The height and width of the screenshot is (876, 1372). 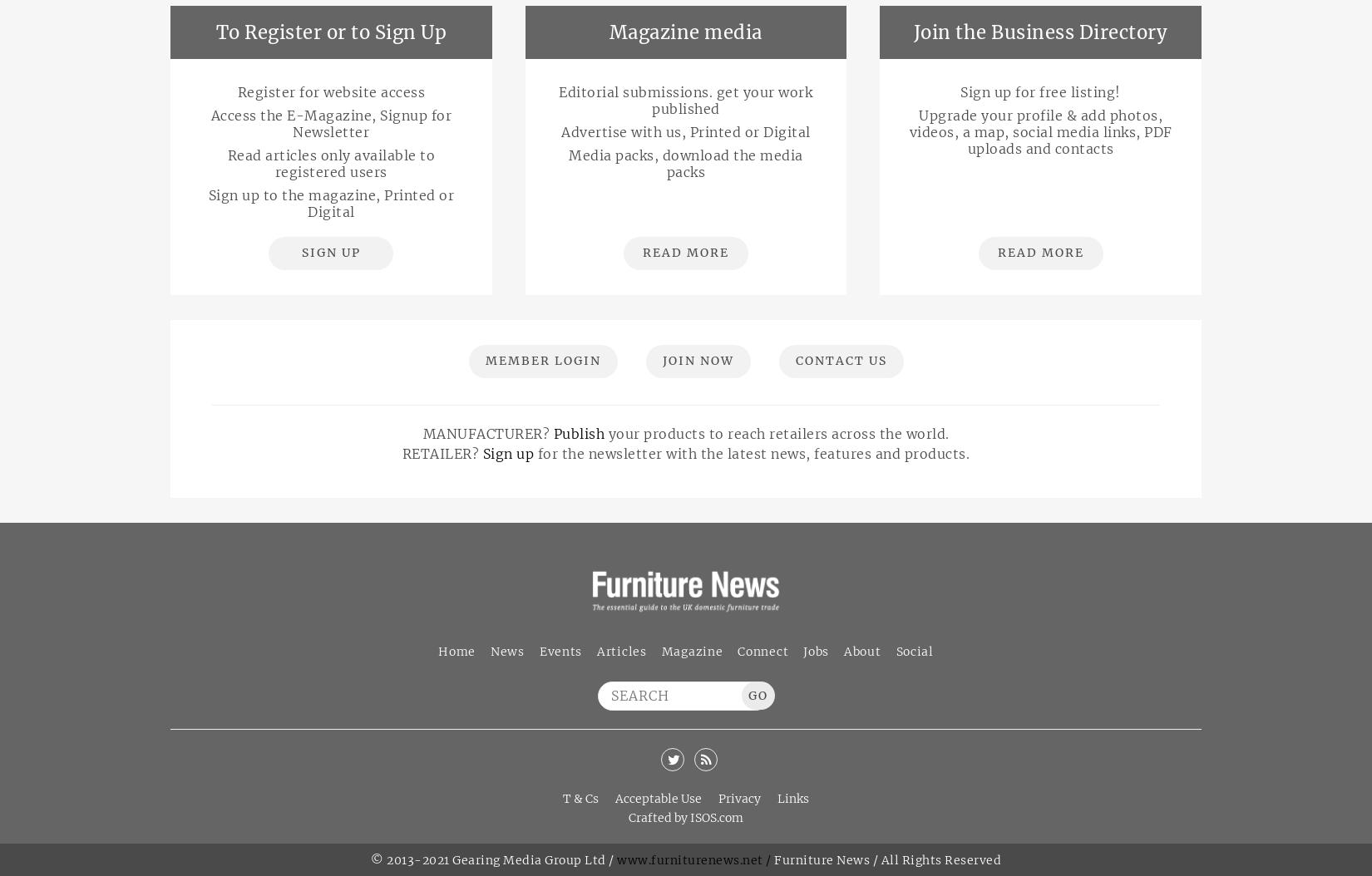 I want to click on 'T & Cs', so click(x=561, y=799).